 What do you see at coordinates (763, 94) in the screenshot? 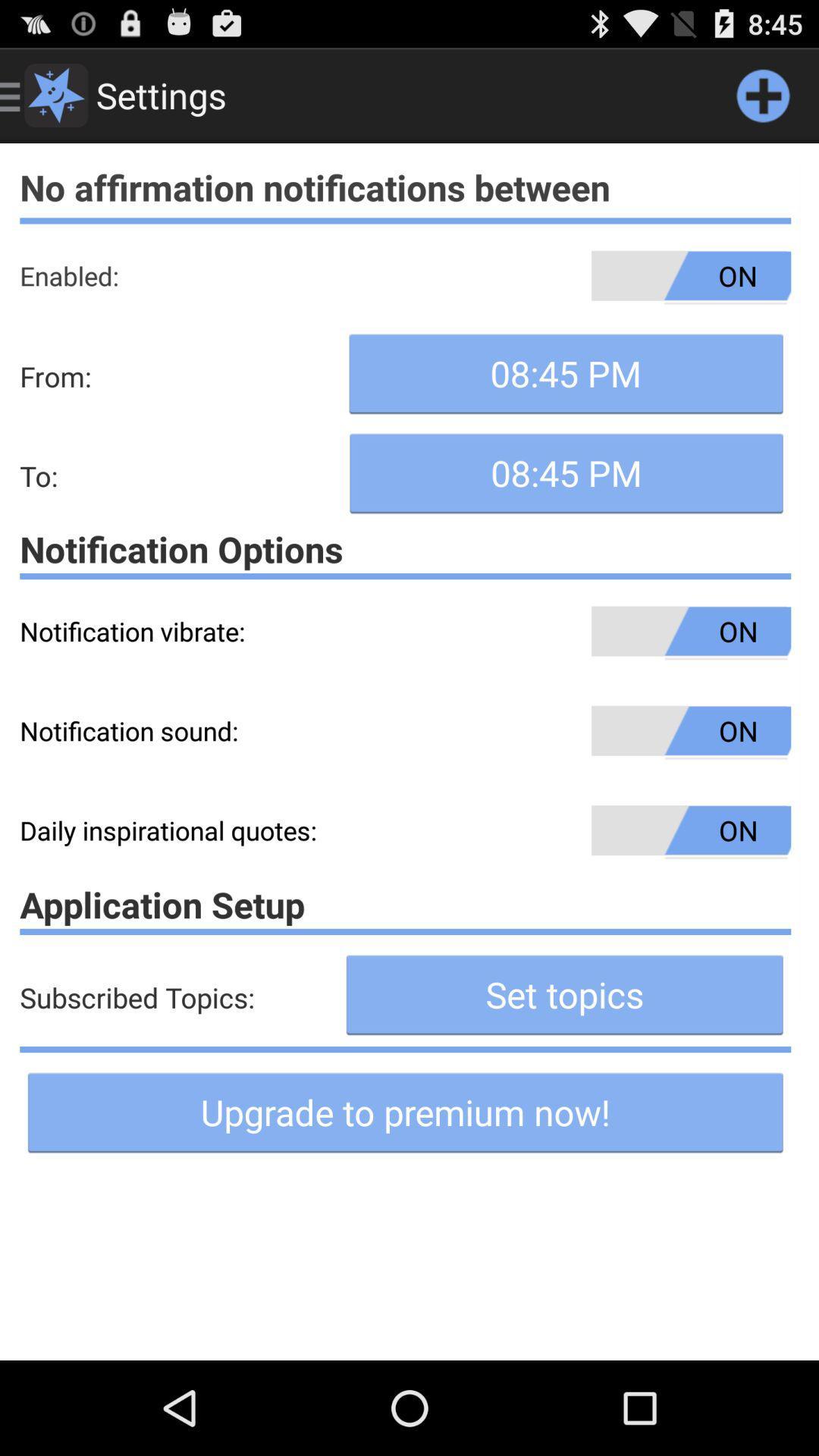
I see `notification` at bounding box center [763, 94].